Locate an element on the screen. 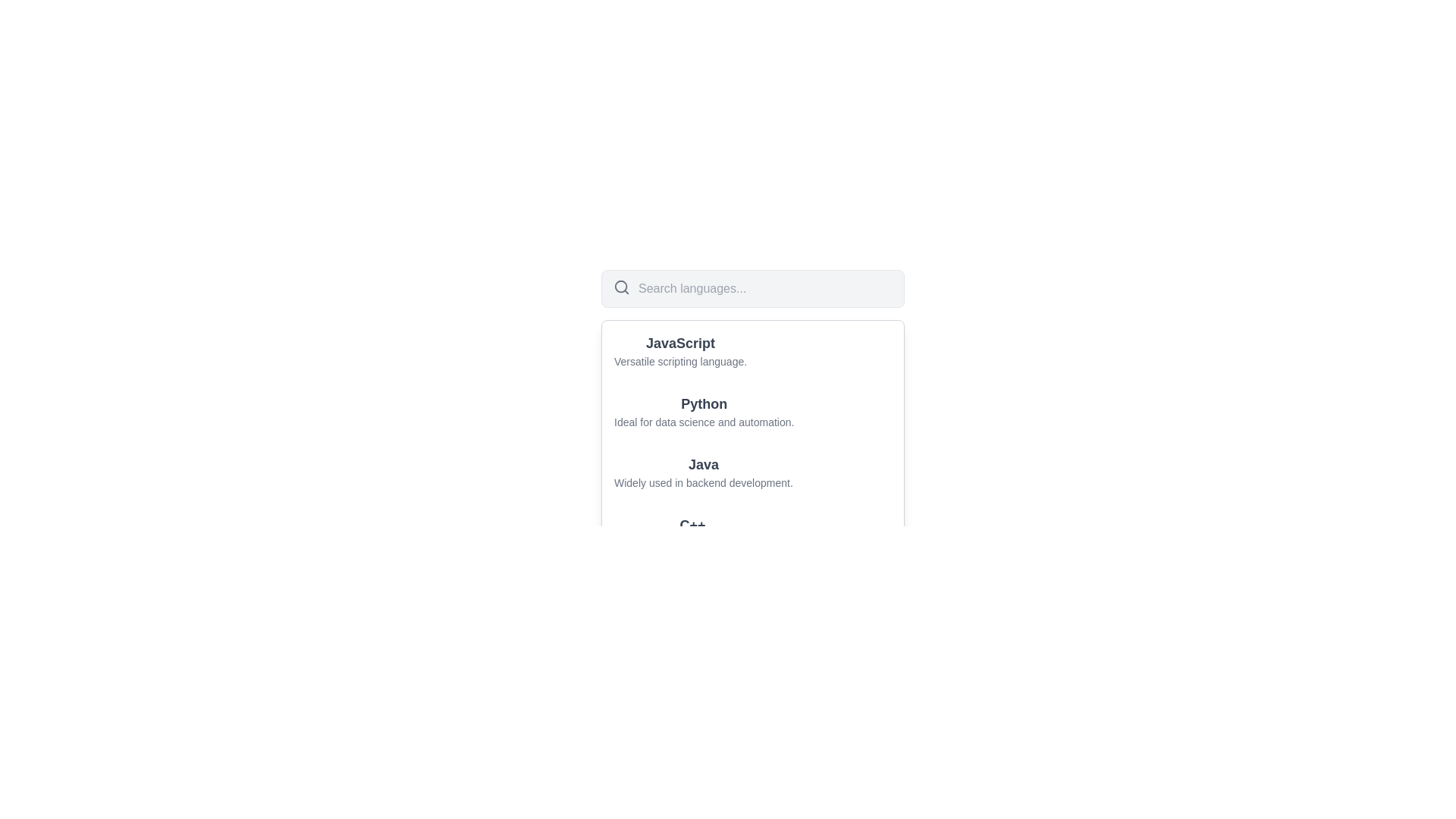 Image resolution: width=1456 pixels, height=819 pixels. the text label indicating the programming language, which is positioned between the 'JavaScript' and 'Java' labels in the description block is located at coordinates (703, 403).